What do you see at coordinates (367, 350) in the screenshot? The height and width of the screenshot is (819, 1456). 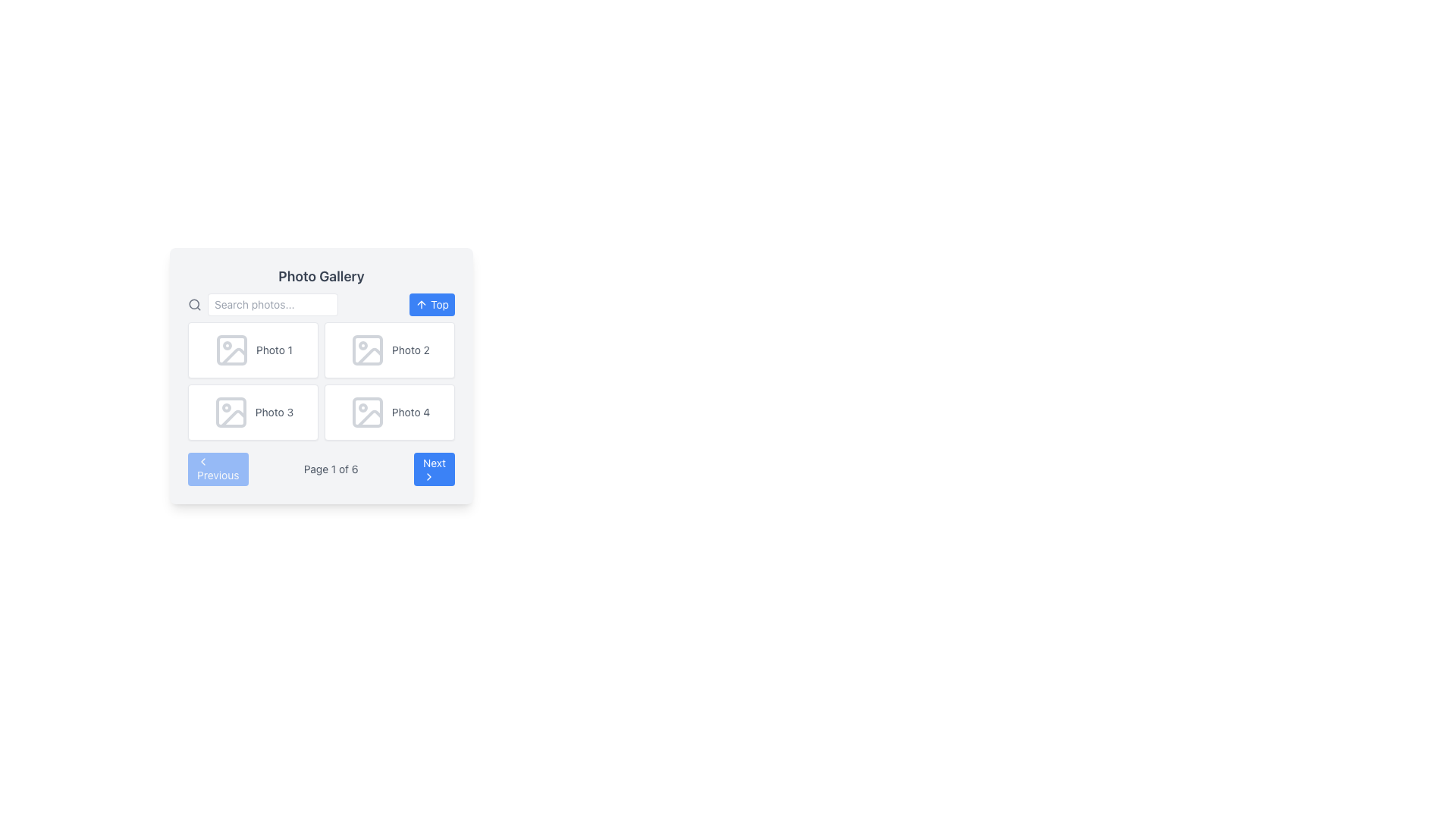 I see `the decorative graphical element represented by a small gray rectangle with rounded corners located in the second image slot of the 'Photo Gallery' interface, associated with 'Photo 2'` at bounding box center [367, 350].